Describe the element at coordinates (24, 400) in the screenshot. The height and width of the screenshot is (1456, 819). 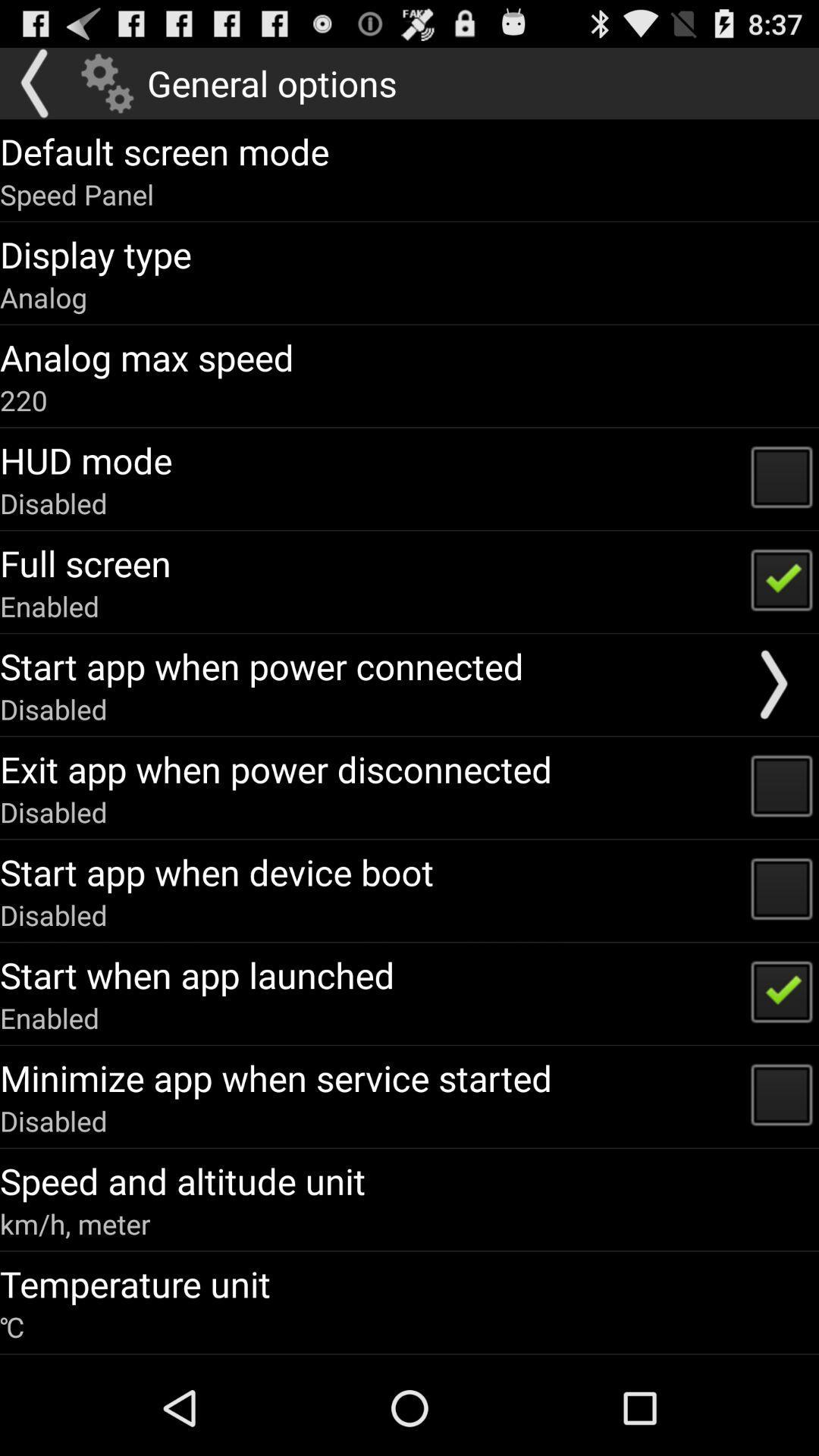
I see `icon above the hud mode` at that location.